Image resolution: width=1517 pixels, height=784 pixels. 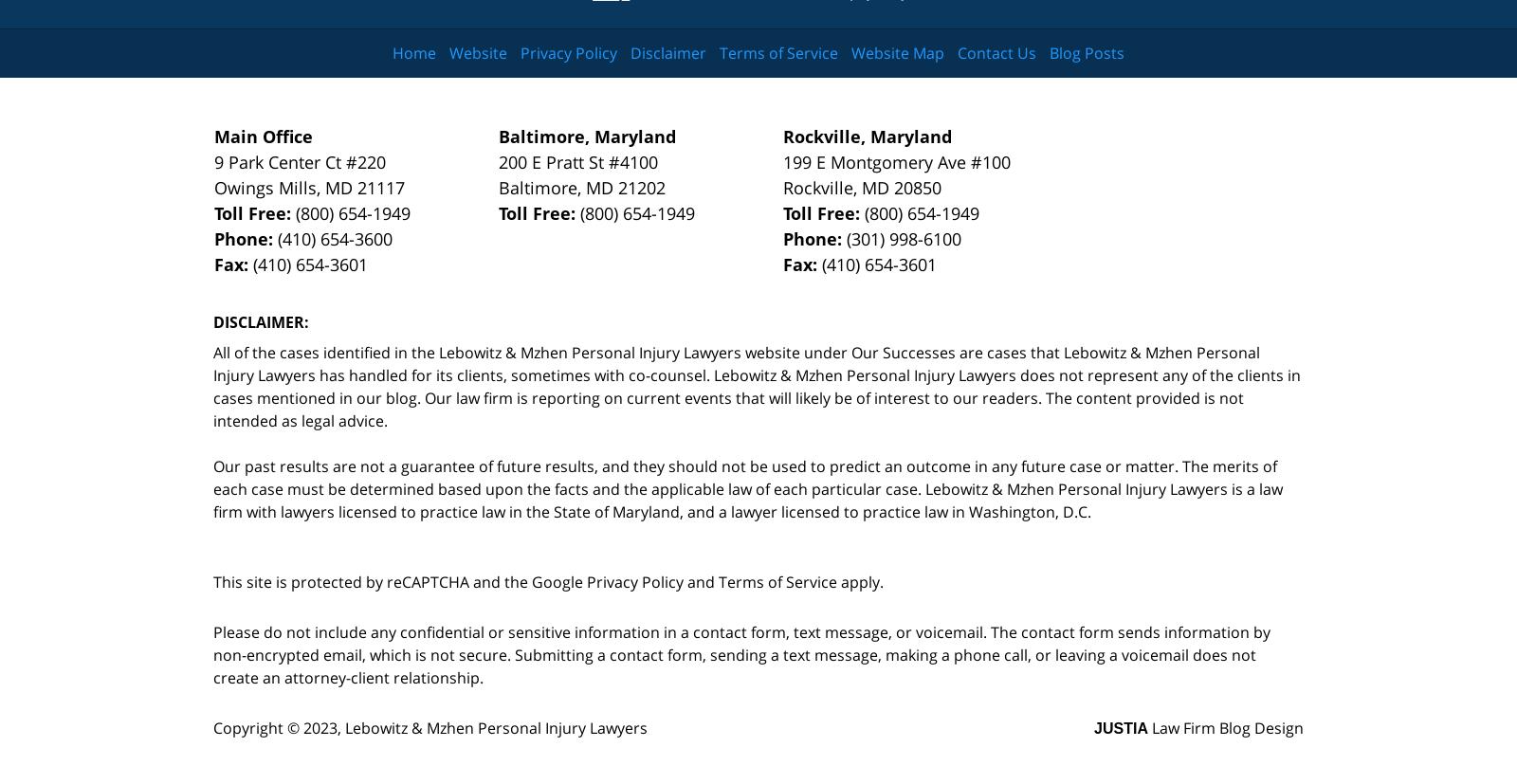 I want to click on 'Law Firm Blog Design', so click(x=1224, y=726).